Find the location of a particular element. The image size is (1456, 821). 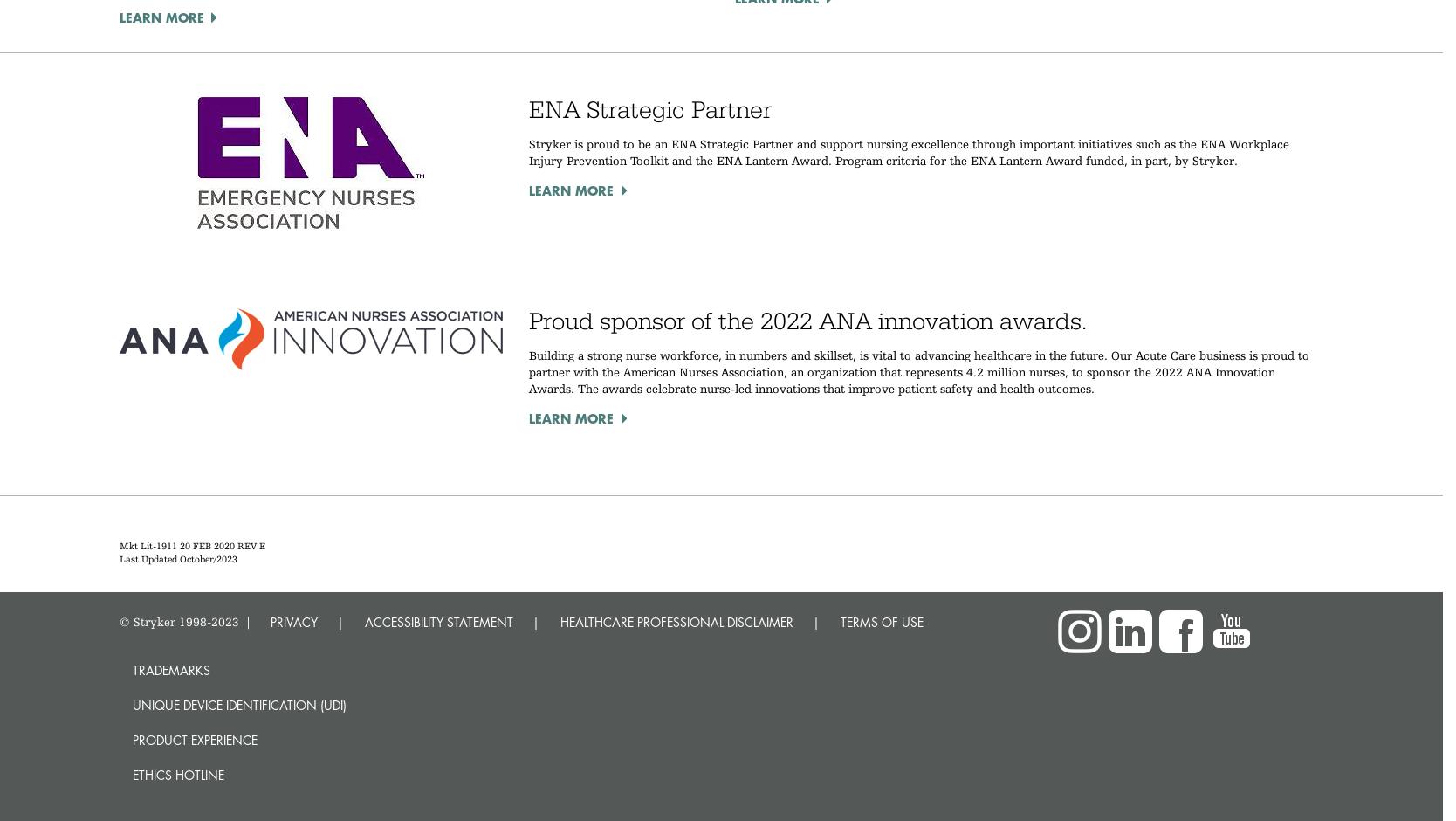

'Proud sponsor of the 2022 ANA innovation awards.' is located at coordinates (810, 319).